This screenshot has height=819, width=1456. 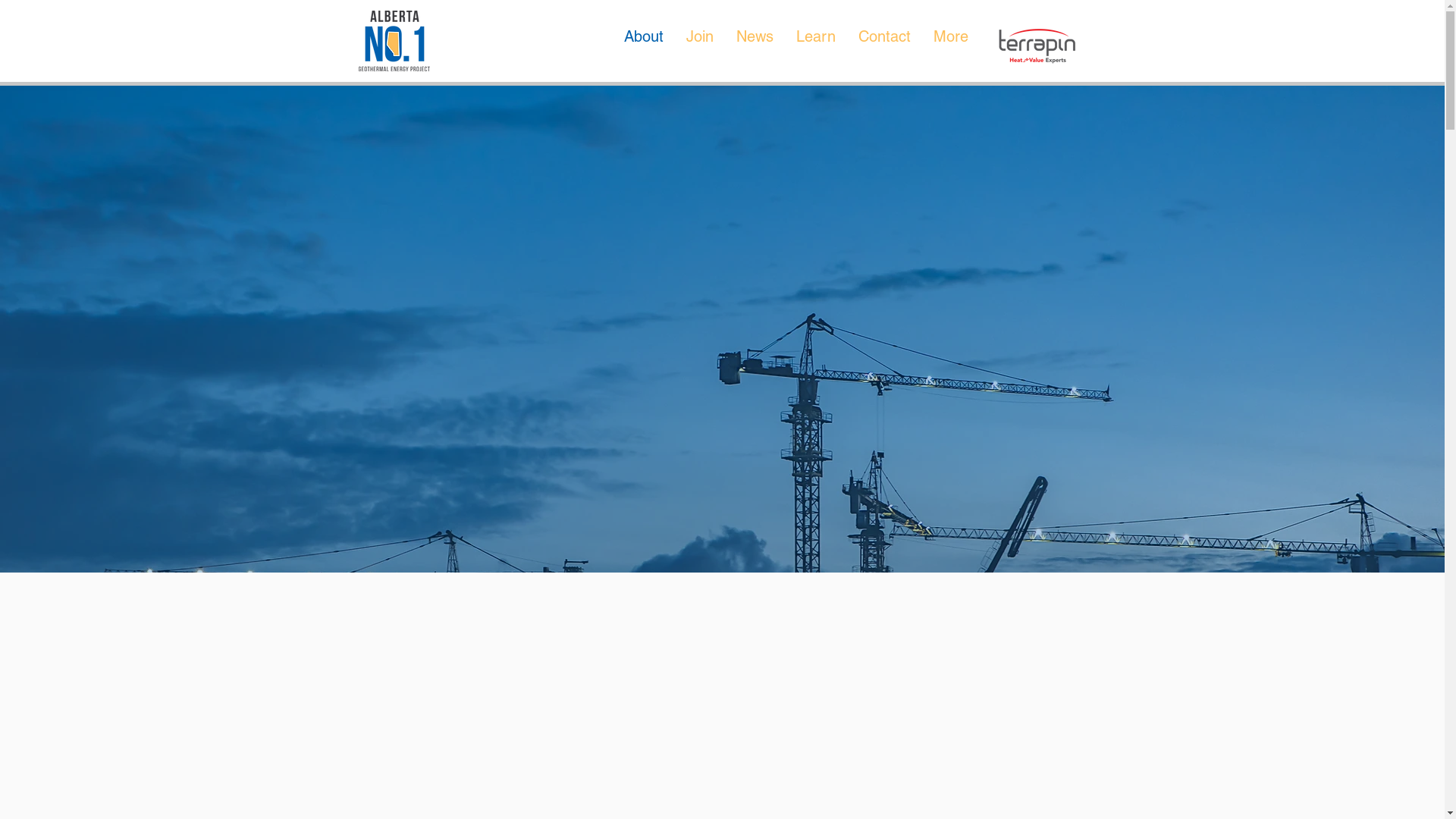 What do you see at coordinates (883, 43) in the screenshot?
I see `'Contact'` at bounding box center [883, 43].